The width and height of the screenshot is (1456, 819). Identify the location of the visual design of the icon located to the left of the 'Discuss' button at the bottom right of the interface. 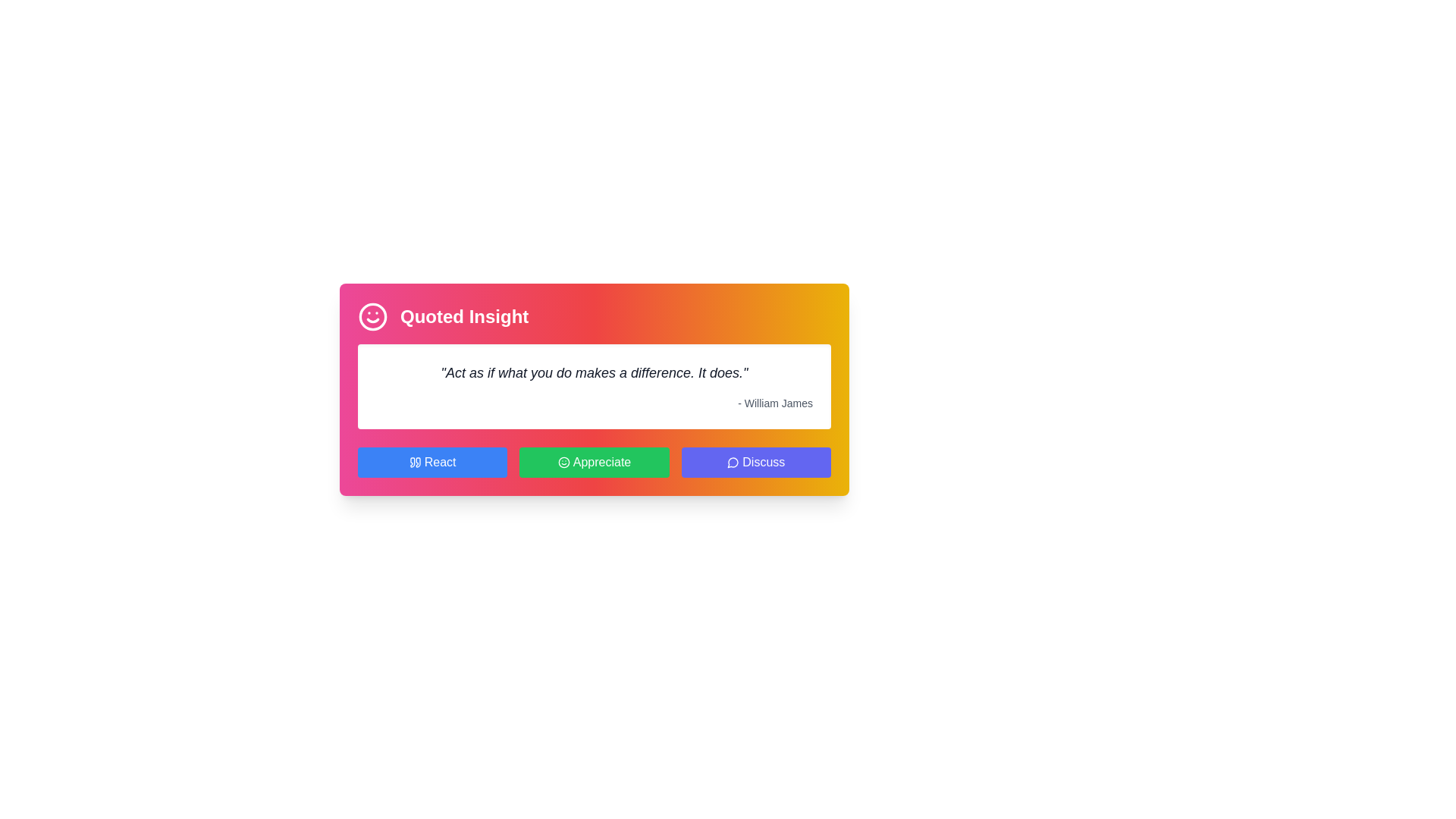
(733, 461).